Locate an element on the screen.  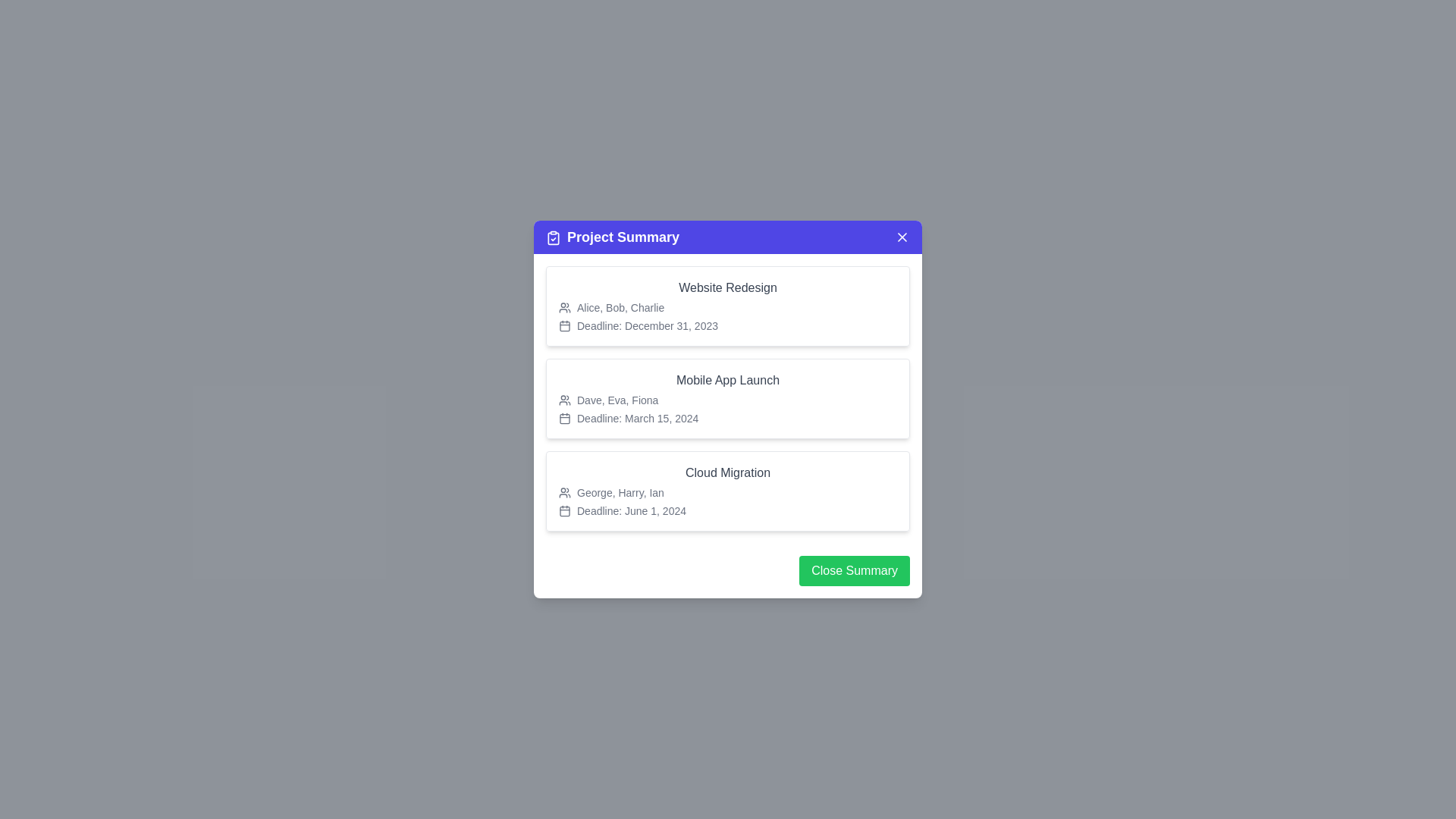
the project card for Cloud Migration to read its details is located at coordinates (728, 491).